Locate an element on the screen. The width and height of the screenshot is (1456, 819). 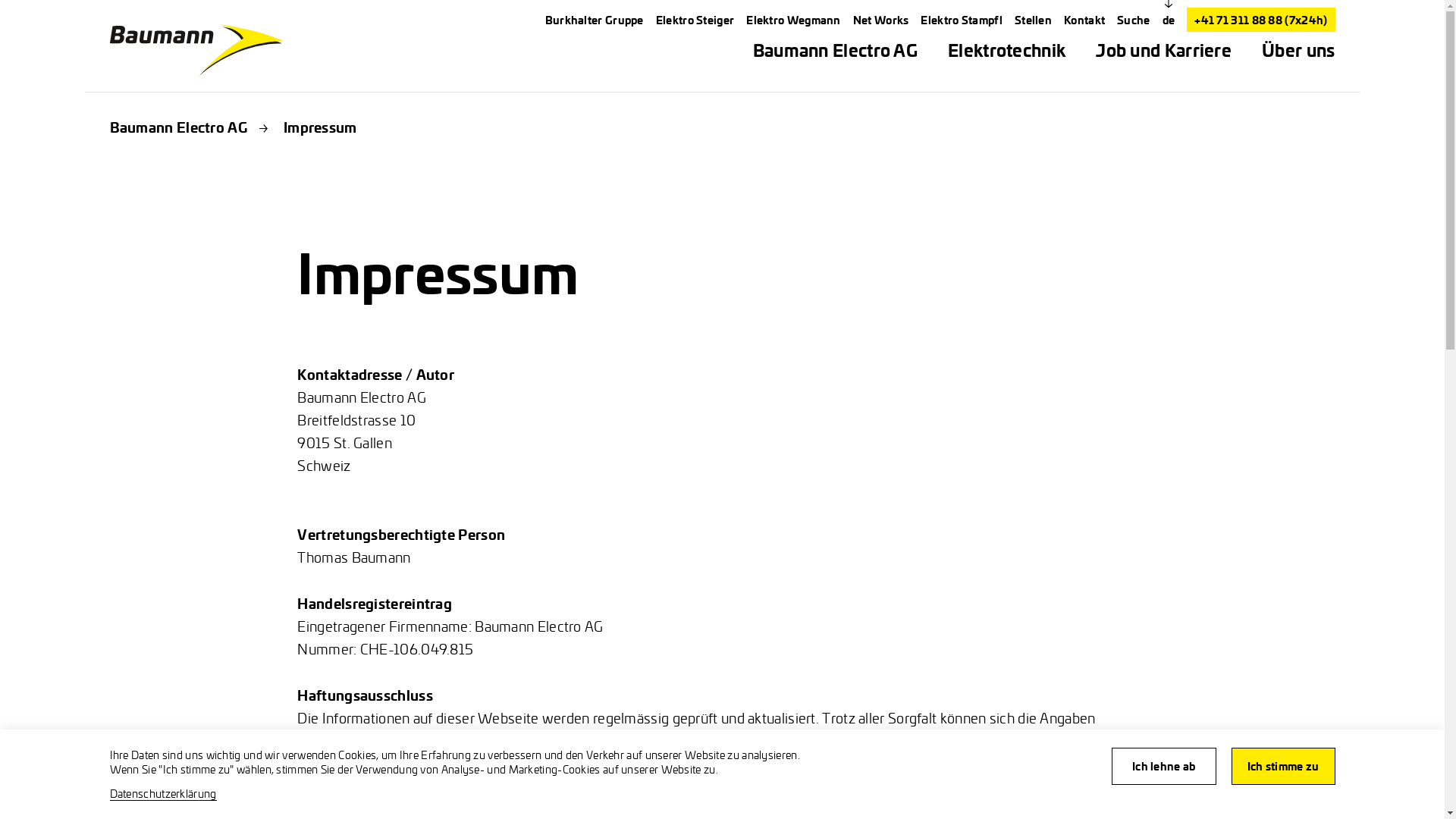
'Burkhalter Gruppe' is located at coordinates (593, 20).